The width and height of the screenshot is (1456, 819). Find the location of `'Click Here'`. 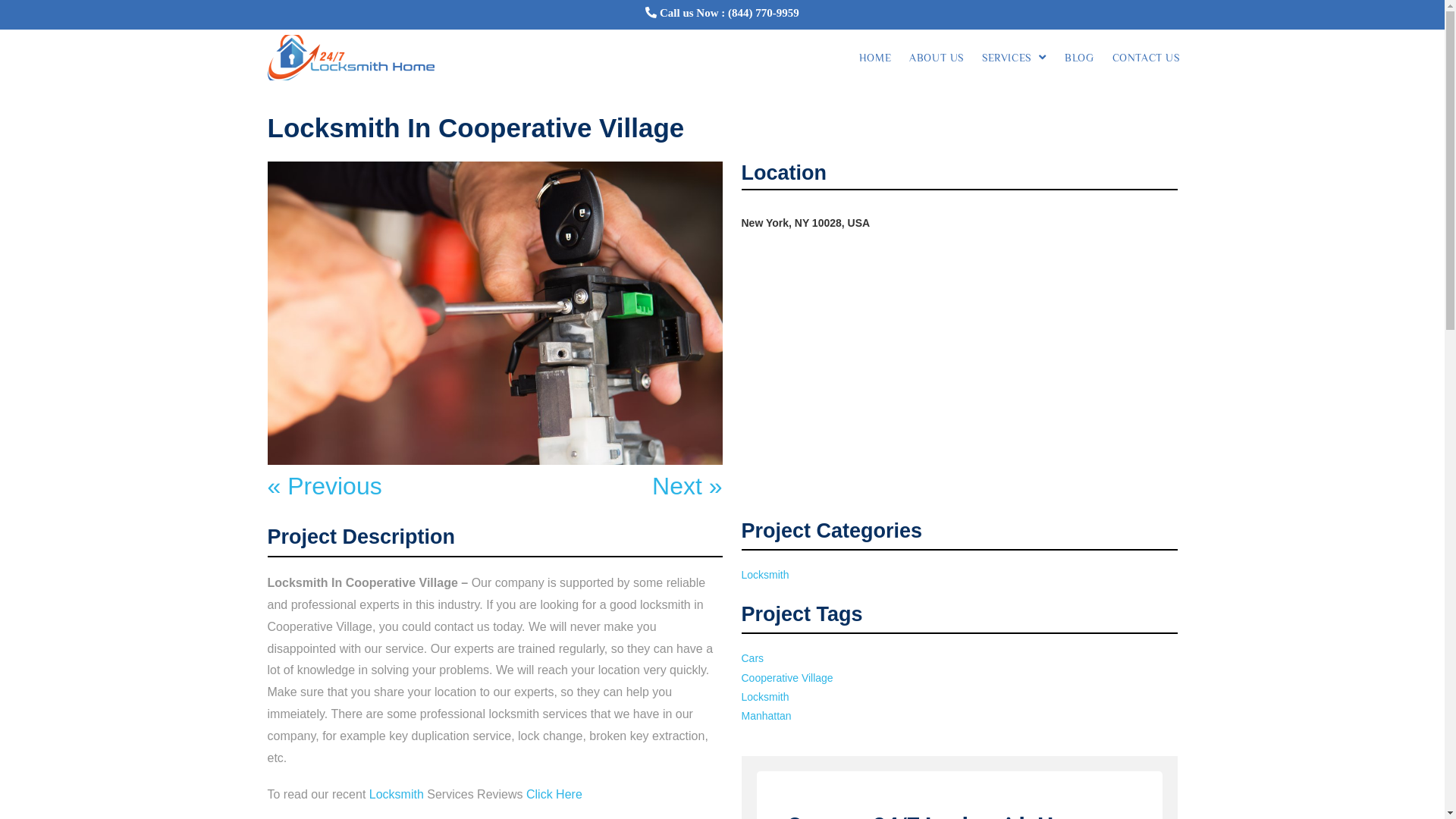

'Click Here' is located at coordinates (553, 793).